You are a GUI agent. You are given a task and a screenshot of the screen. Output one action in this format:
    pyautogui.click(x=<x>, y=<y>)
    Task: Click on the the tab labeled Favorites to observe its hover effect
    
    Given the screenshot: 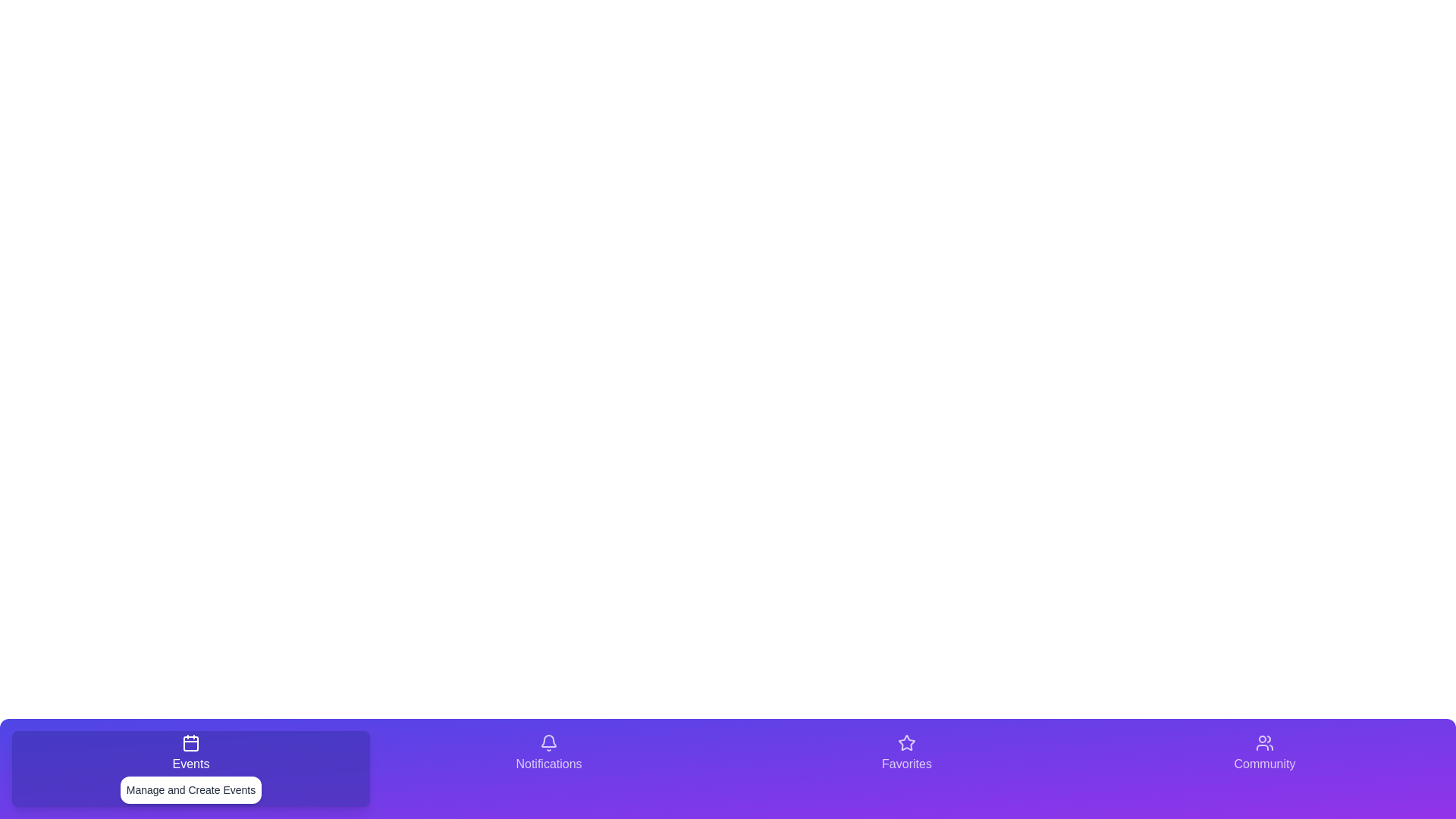 What is the action you would take?
    pyautogui.click(x=906, y=769)
    